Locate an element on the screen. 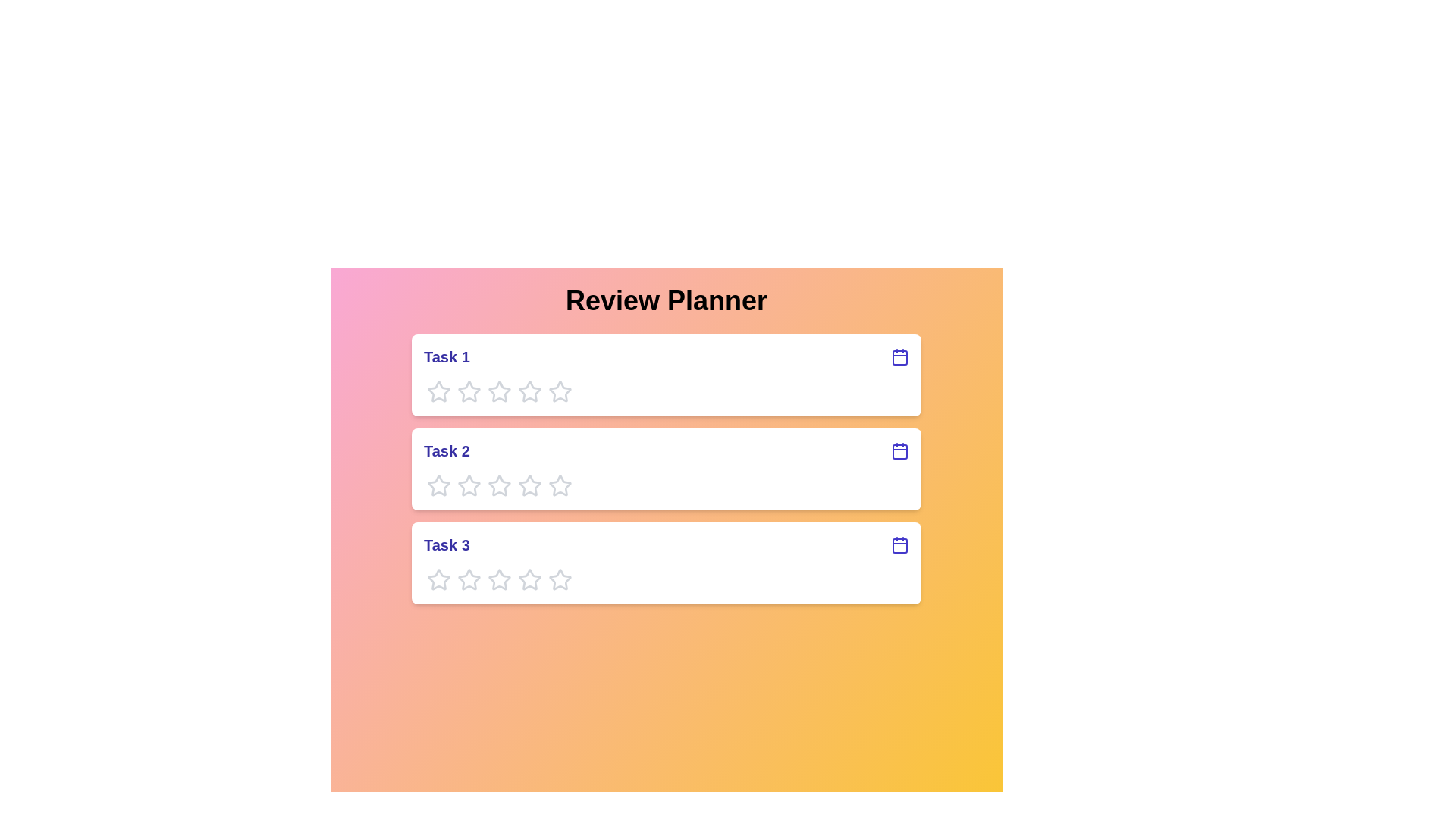 The width and height of the screenshot is (1456, 819). the calendar icon for Task 1 is located at coordinates (899, 356).